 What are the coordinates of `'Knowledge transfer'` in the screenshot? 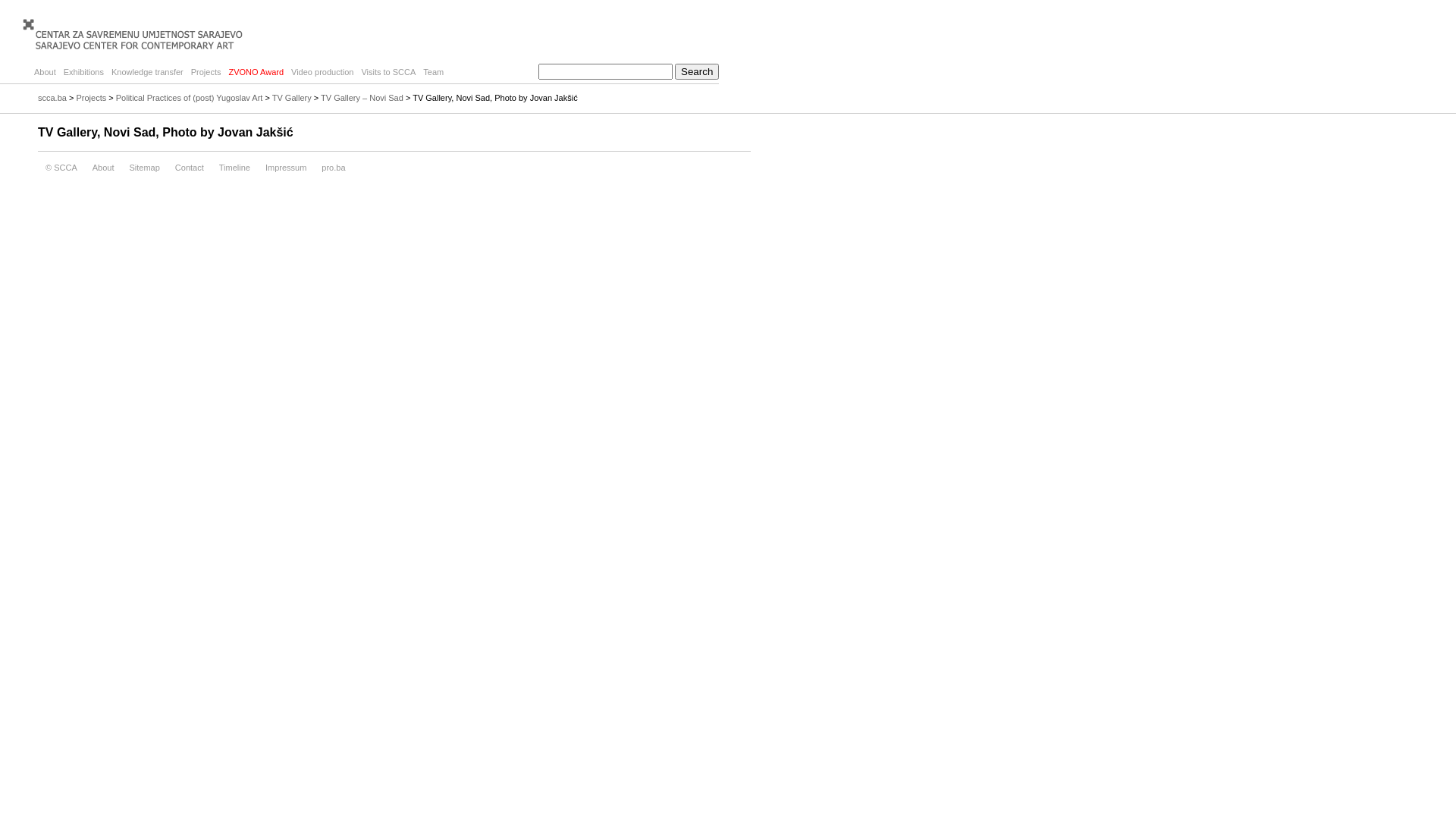 It's located at (147, 72).